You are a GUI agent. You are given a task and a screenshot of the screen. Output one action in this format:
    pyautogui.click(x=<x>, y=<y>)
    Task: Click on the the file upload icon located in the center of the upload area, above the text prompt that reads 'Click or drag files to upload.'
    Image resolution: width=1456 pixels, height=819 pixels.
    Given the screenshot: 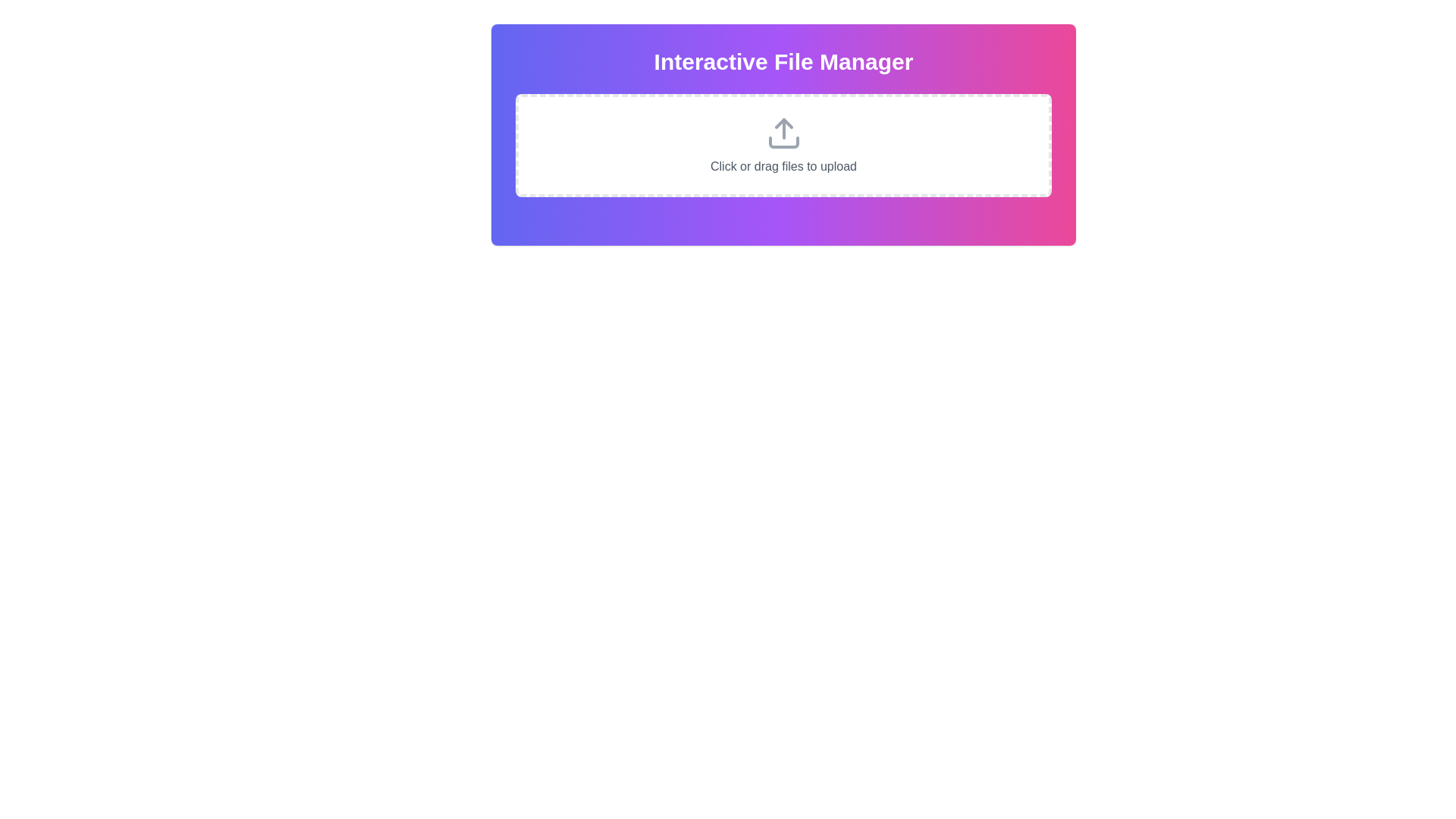 What is the action you would take?
    pyautogui.click(x=783, y=133)
    